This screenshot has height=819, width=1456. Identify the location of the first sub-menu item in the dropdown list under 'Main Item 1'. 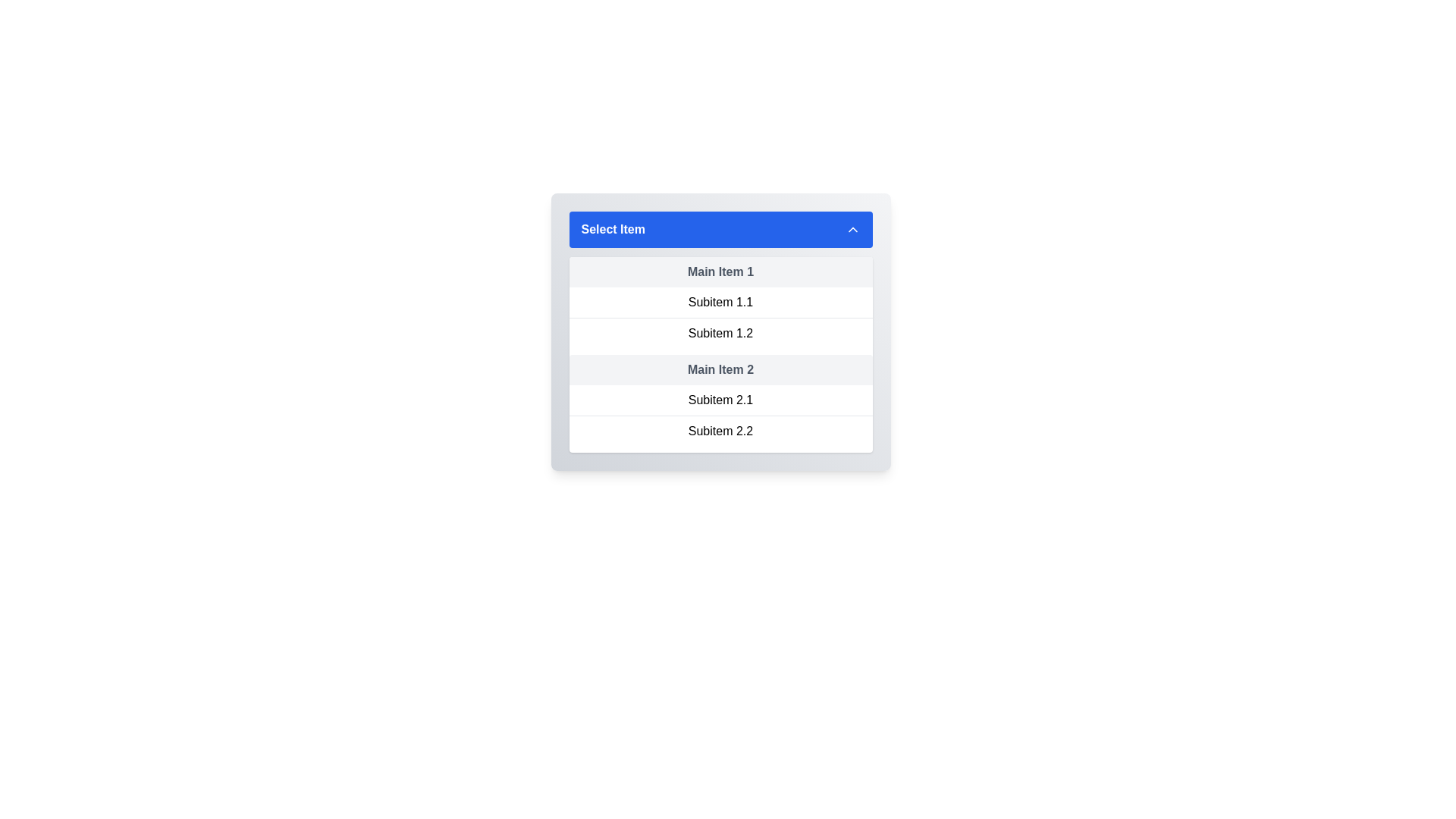
(720, 302).